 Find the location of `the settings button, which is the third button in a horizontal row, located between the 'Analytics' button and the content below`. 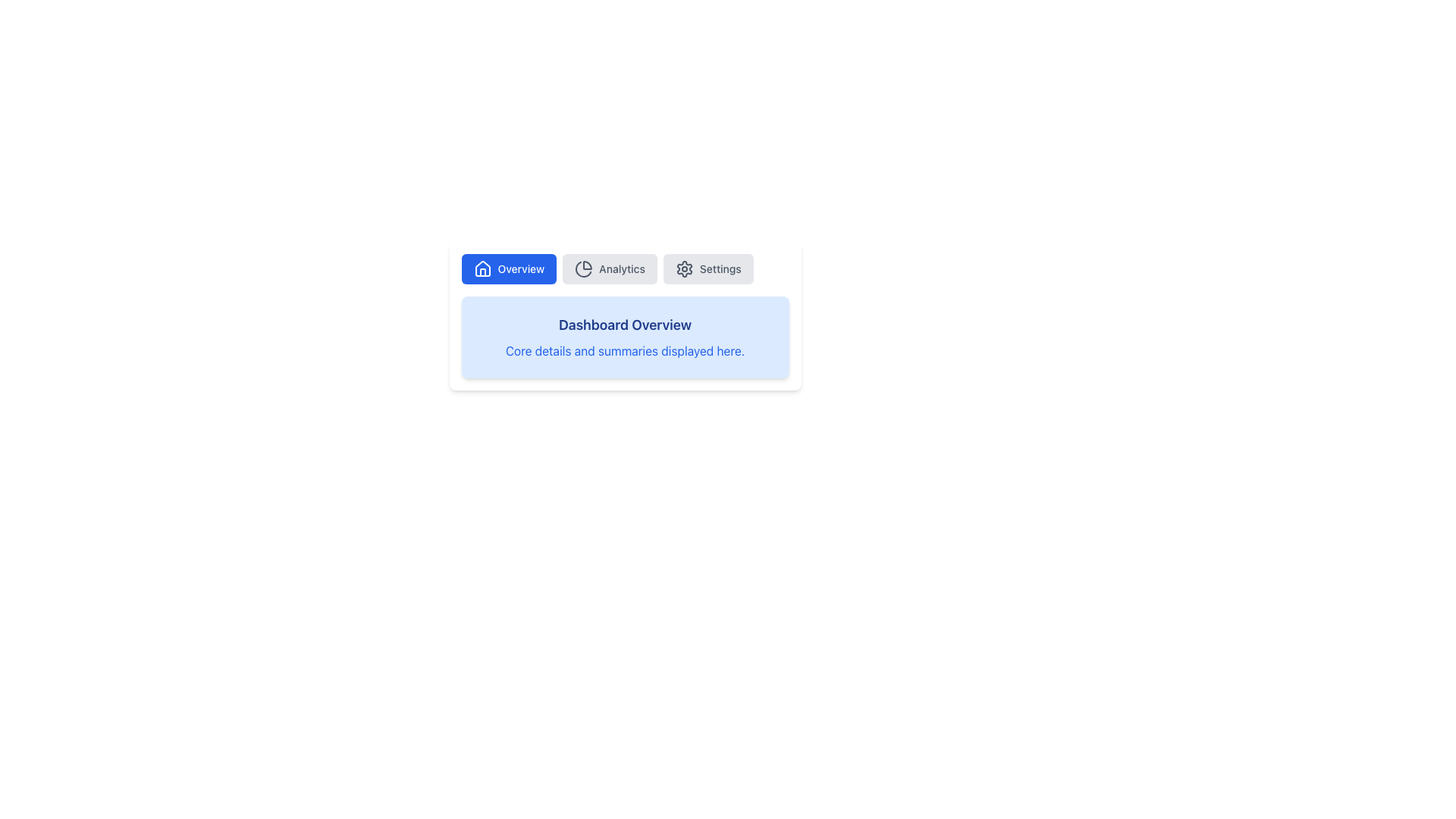

the settings button, which is the third button in a horizontal row, located between the 'Analytics' button and the content below is located at coordinates (708, 268).